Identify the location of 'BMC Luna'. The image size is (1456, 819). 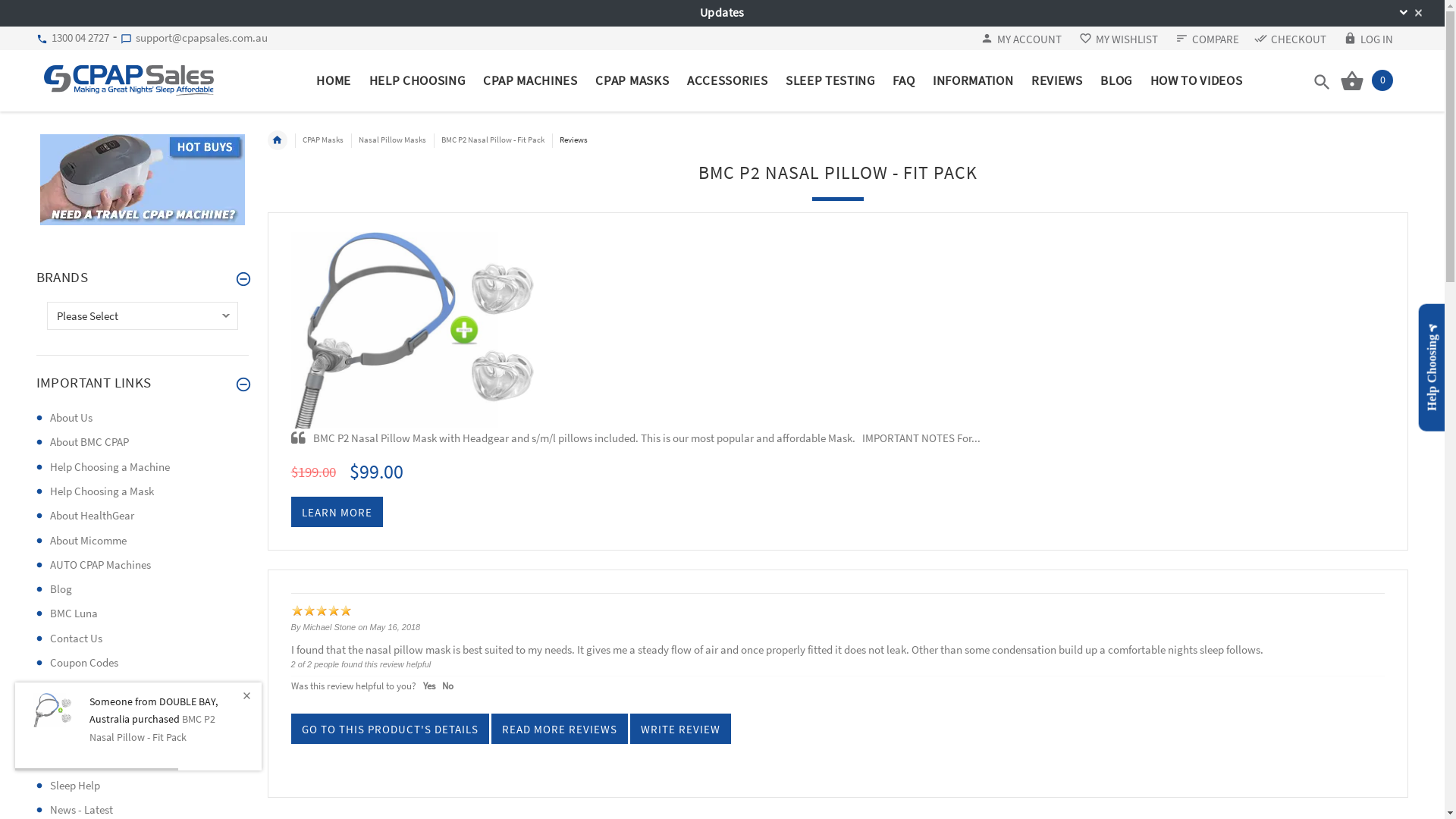
(73, 612).